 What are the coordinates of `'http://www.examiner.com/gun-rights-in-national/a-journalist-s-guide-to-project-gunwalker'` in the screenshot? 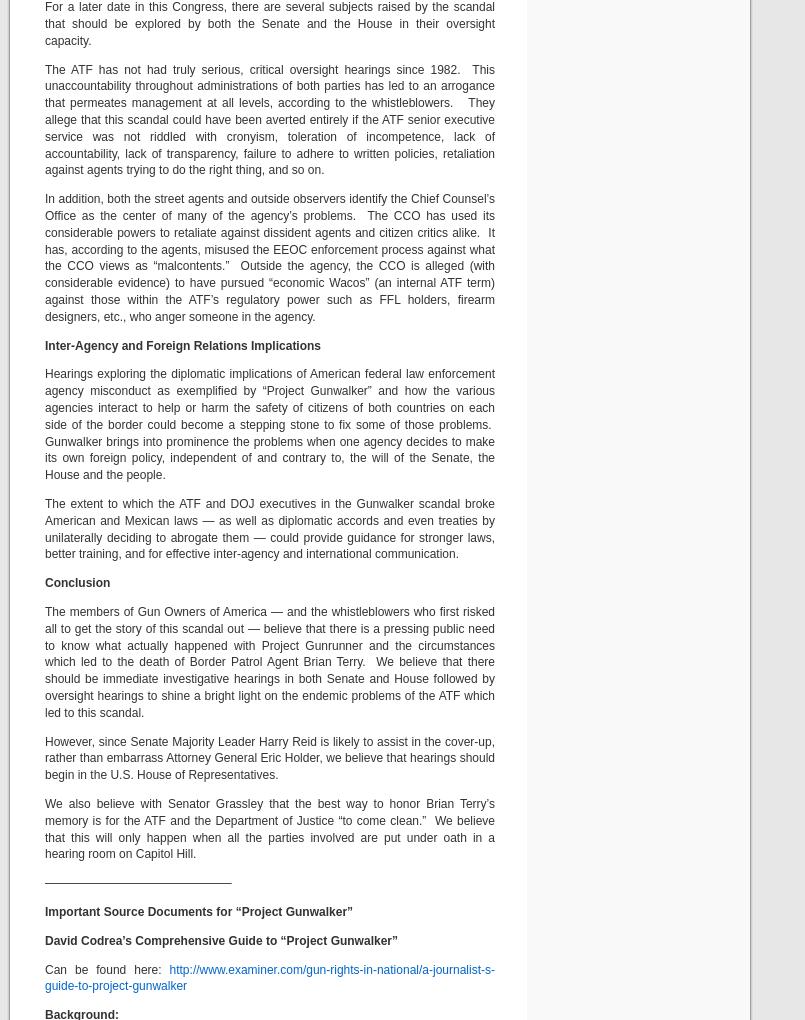 It's located at (269, 976).